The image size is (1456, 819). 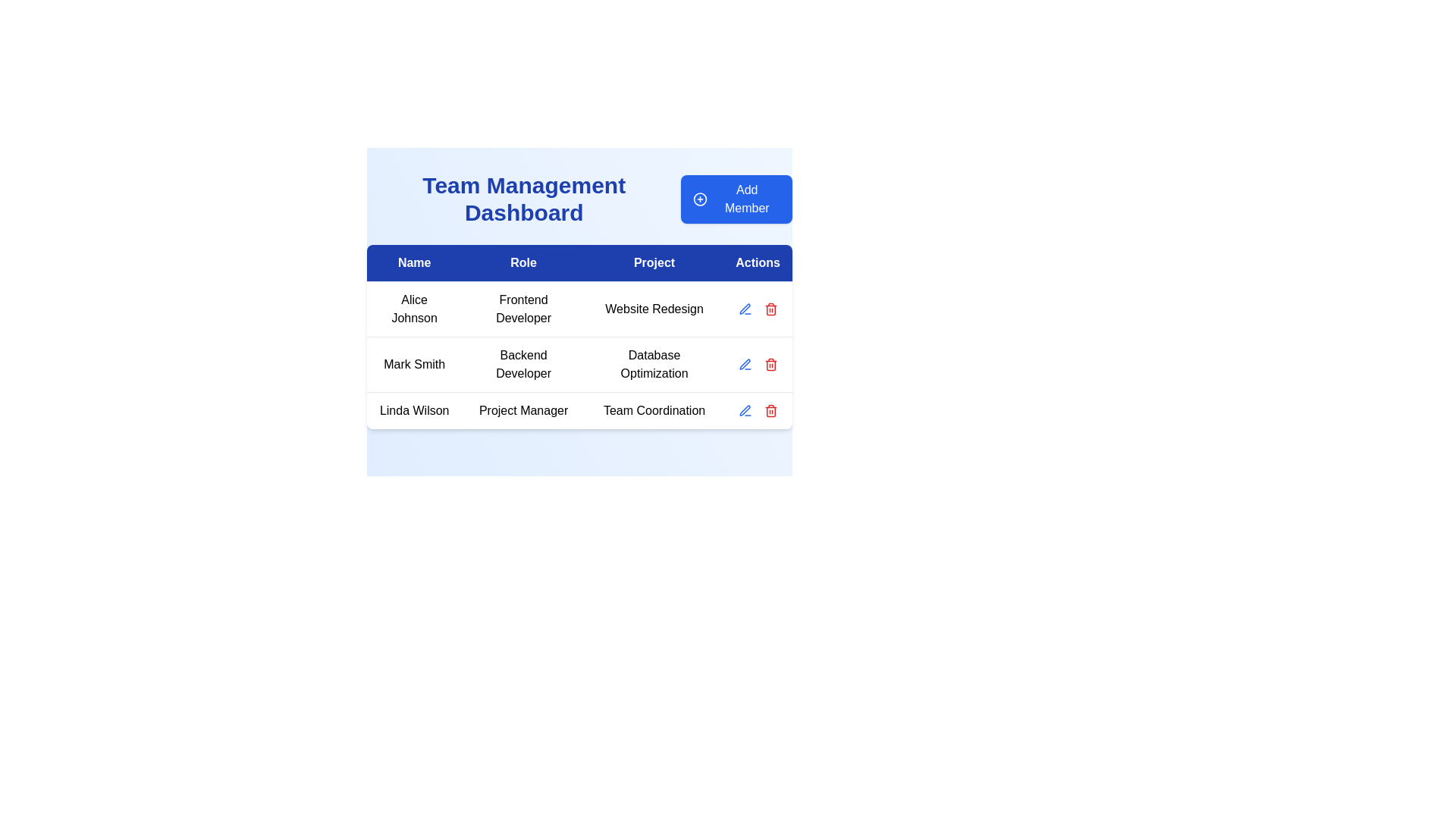 What do you see at coordinates (700, 198) in the screenshot?
I see `the decorative circle shape located at the top-right corner near the 'Add Member' button` at bounding box center [700, 198].